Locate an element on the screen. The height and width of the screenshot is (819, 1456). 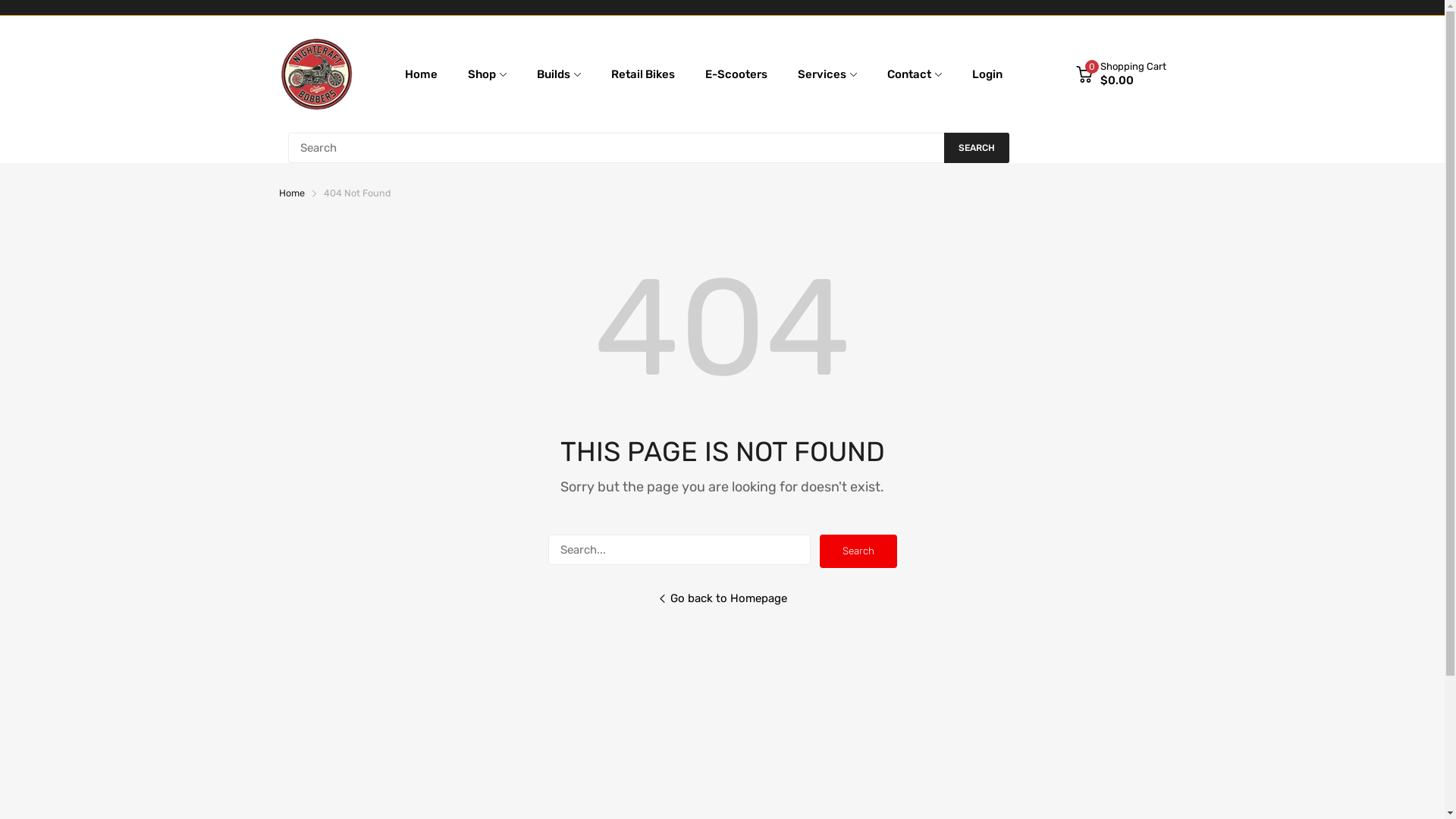
'Go back to Homepage' is located at coordinates (720, 609).